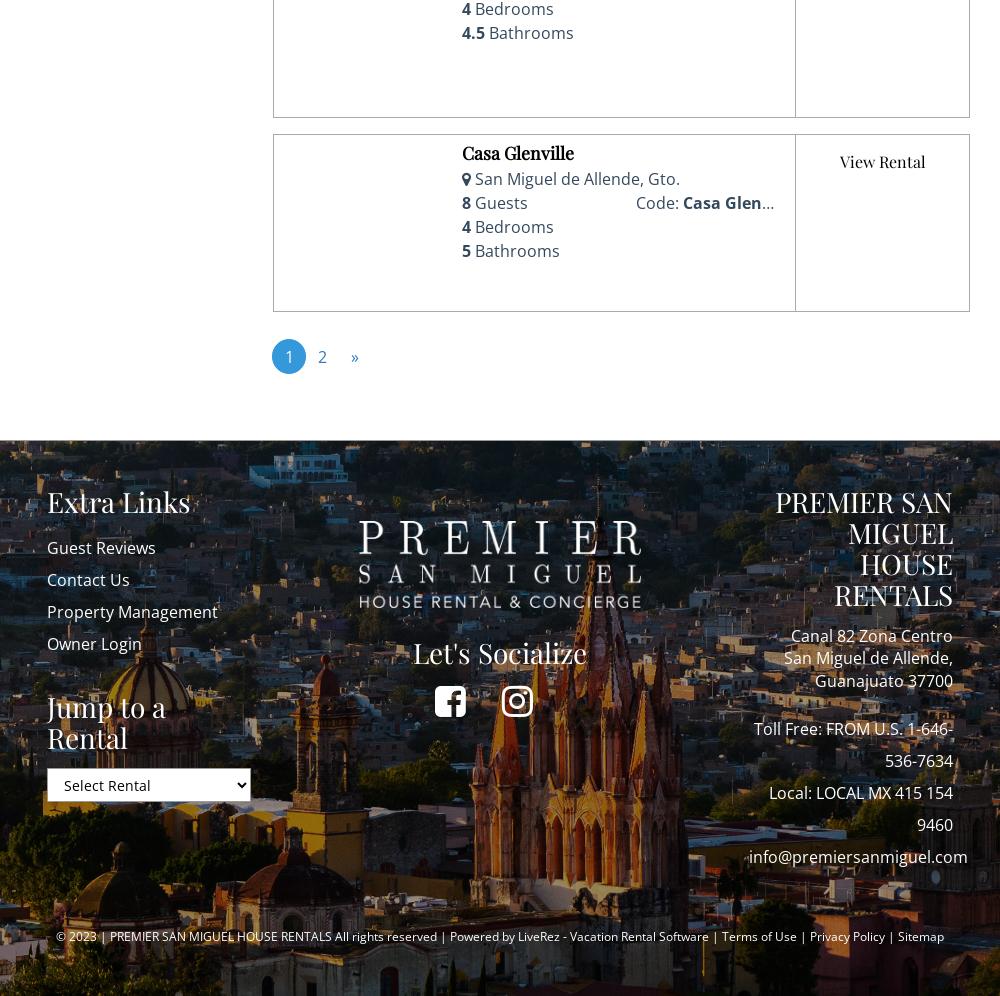  What do you see at coordinates (657, 202) in the screenshot?
I see `'Code:'` at bounding box center [657, 202].